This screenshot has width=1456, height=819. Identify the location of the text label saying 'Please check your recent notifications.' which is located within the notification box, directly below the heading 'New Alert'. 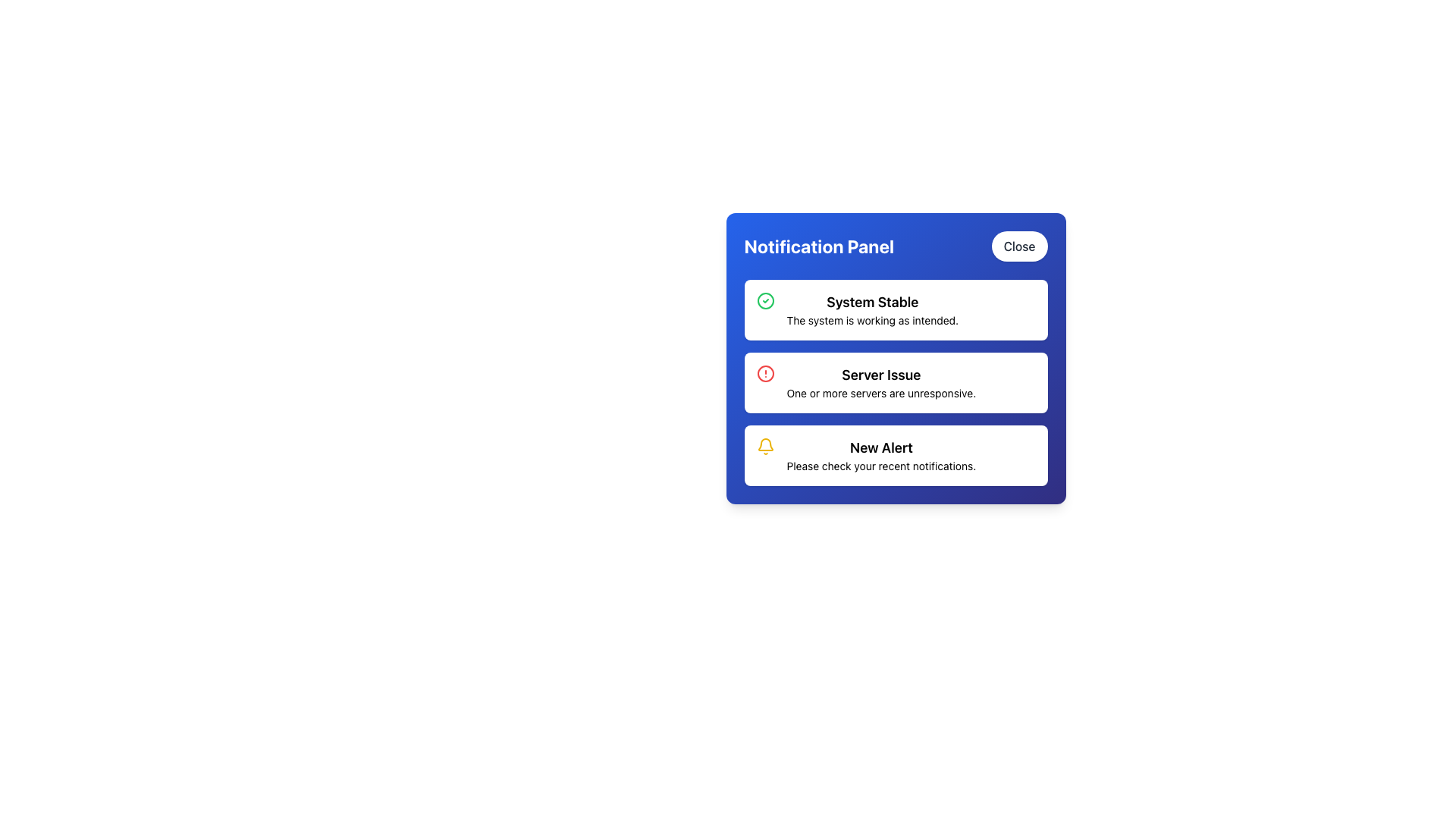
(881, 465).